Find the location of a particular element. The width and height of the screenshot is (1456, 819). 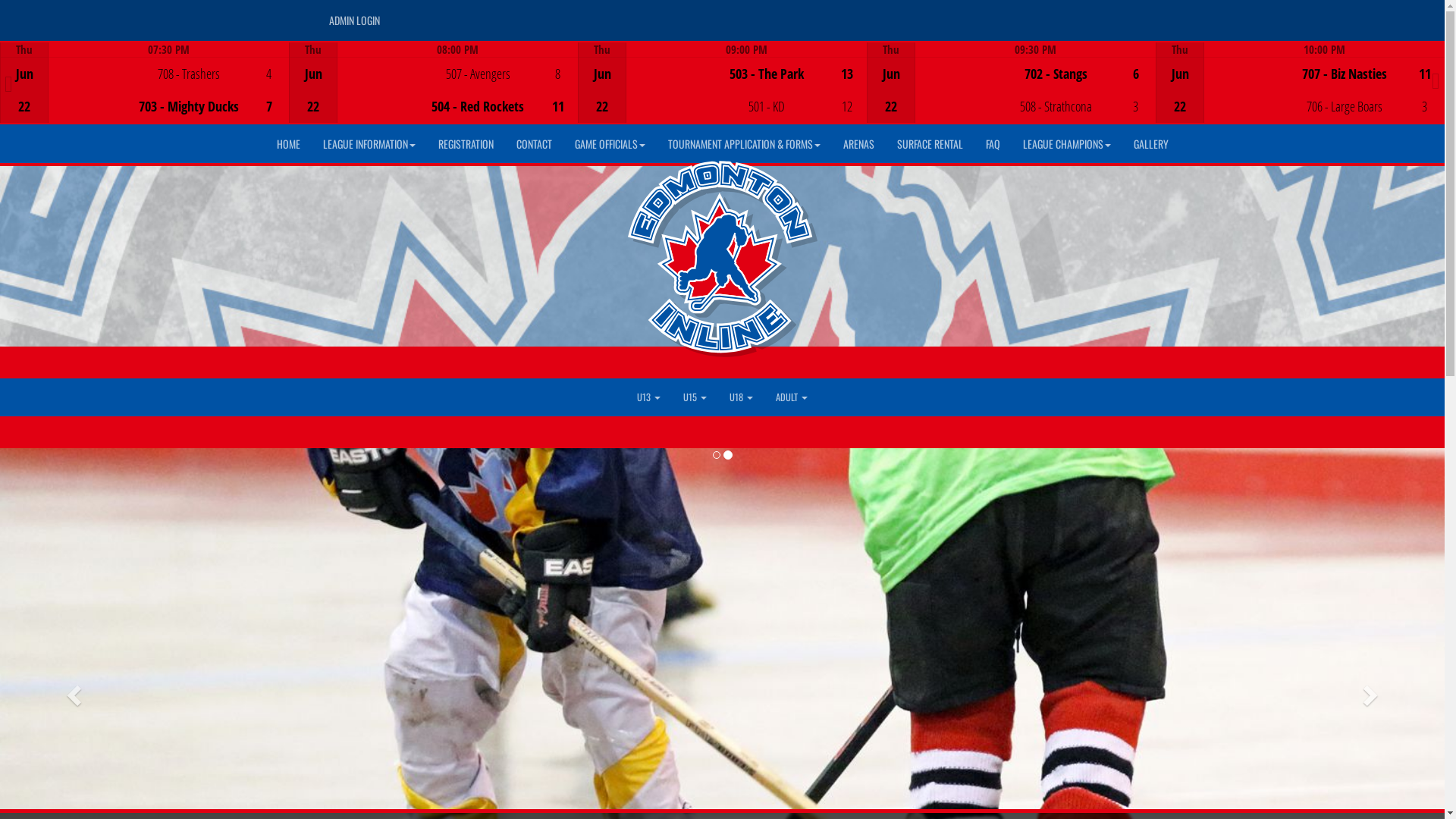

'GAME OFFICIALS' is located at coordinates (562, 143).